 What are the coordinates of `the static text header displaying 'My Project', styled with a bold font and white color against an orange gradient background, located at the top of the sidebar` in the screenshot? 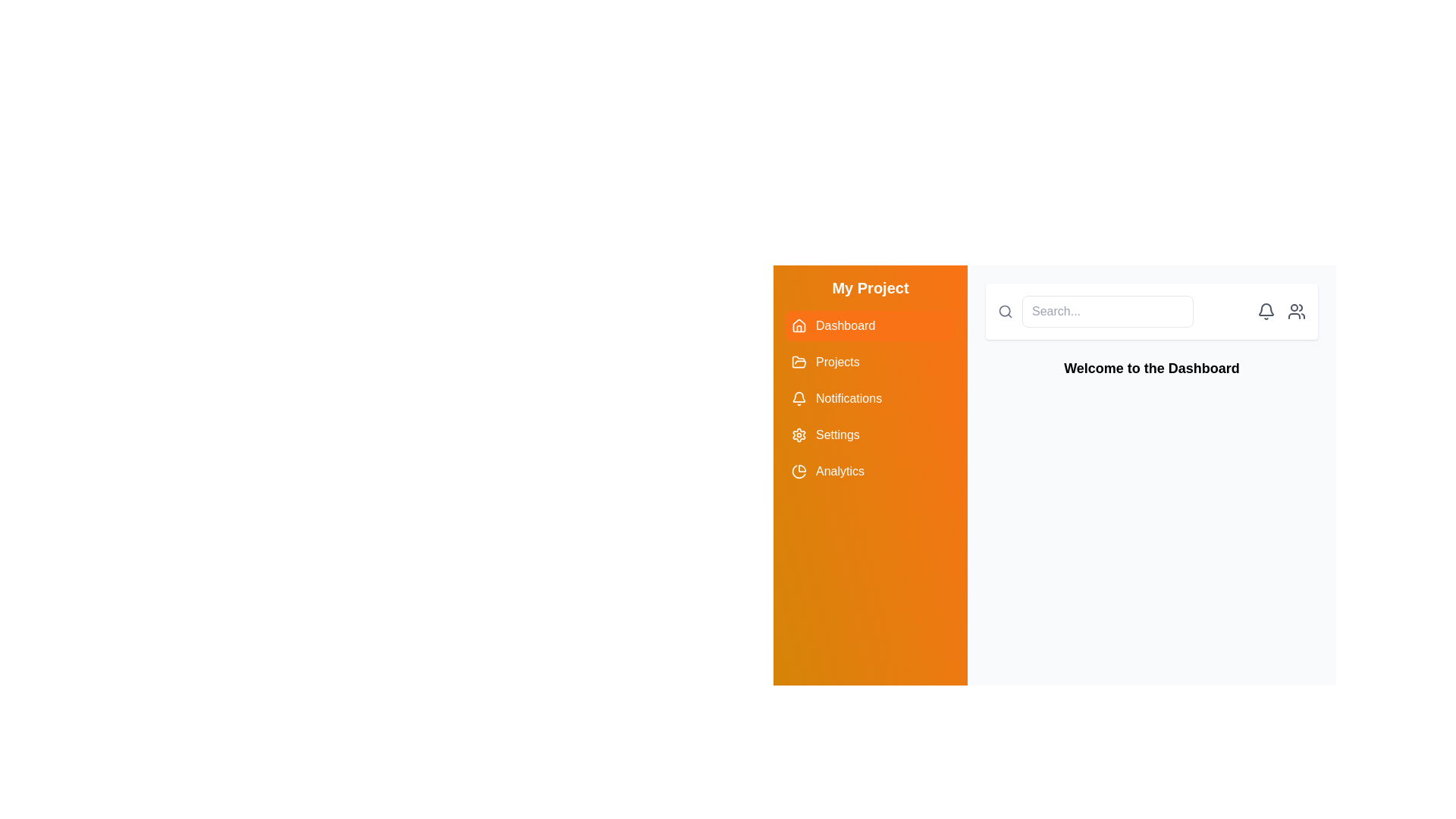 It's located at (870, 288).